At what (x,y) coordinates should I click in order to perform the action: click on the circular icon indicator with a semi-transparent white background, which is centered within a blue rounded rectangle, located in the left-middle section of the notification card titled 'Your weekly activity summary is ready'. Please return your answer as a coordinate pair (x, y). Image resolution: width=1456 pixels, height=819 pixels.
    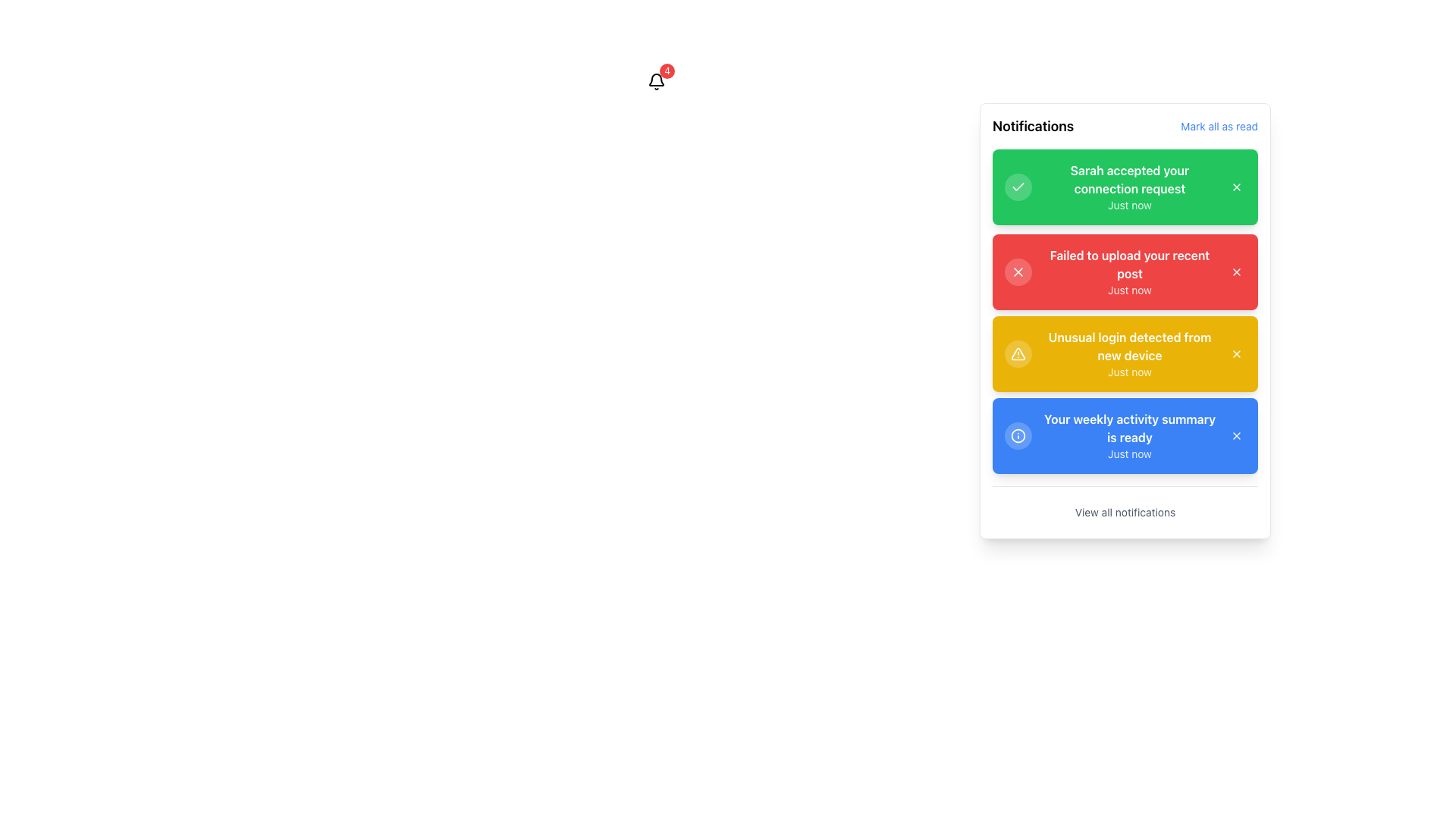
    Looking at the image, I should click on (1018, 435).